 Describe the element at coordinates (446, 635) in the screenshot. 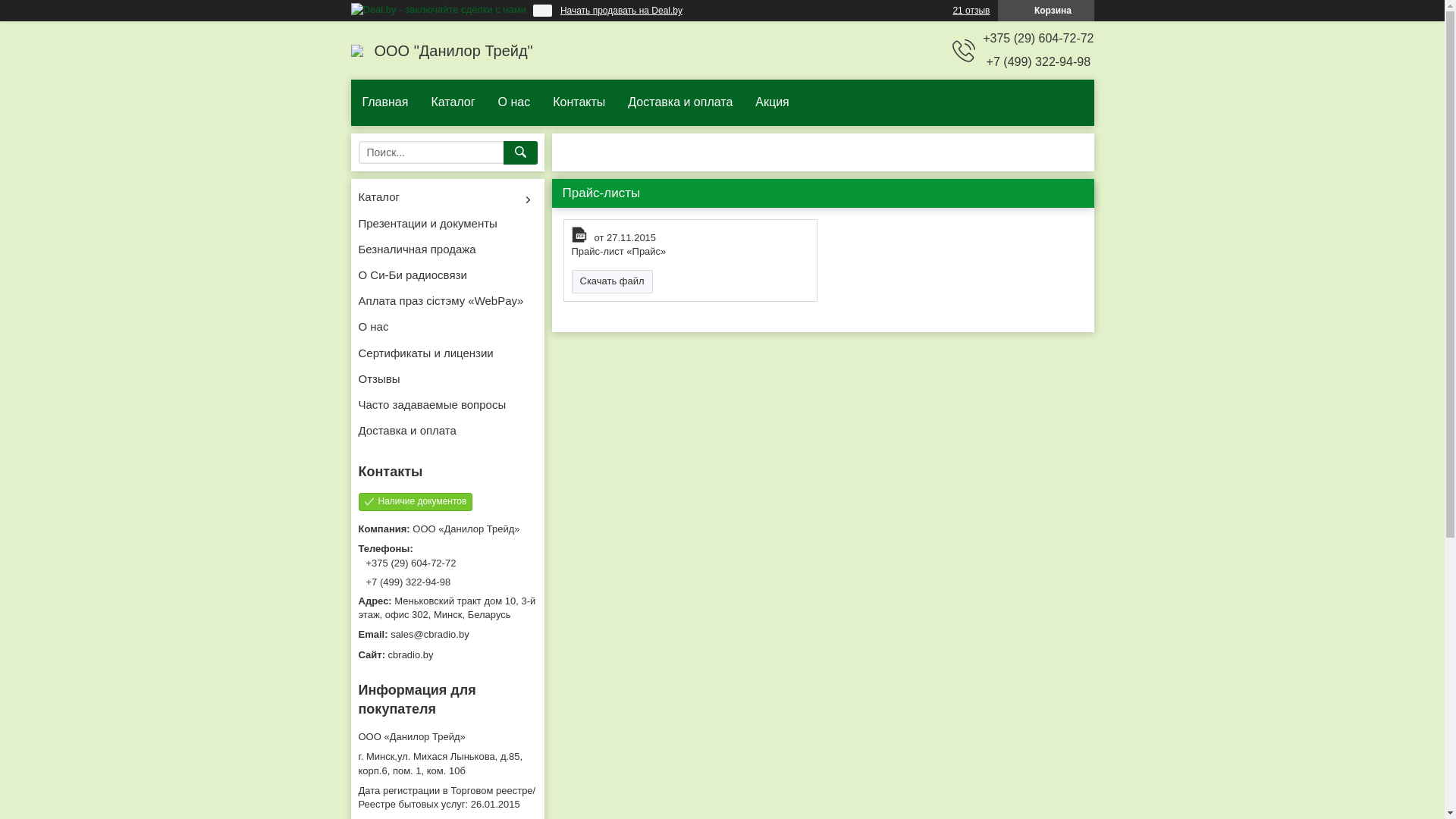

I see `'sales@cbradio.by'` at that location.